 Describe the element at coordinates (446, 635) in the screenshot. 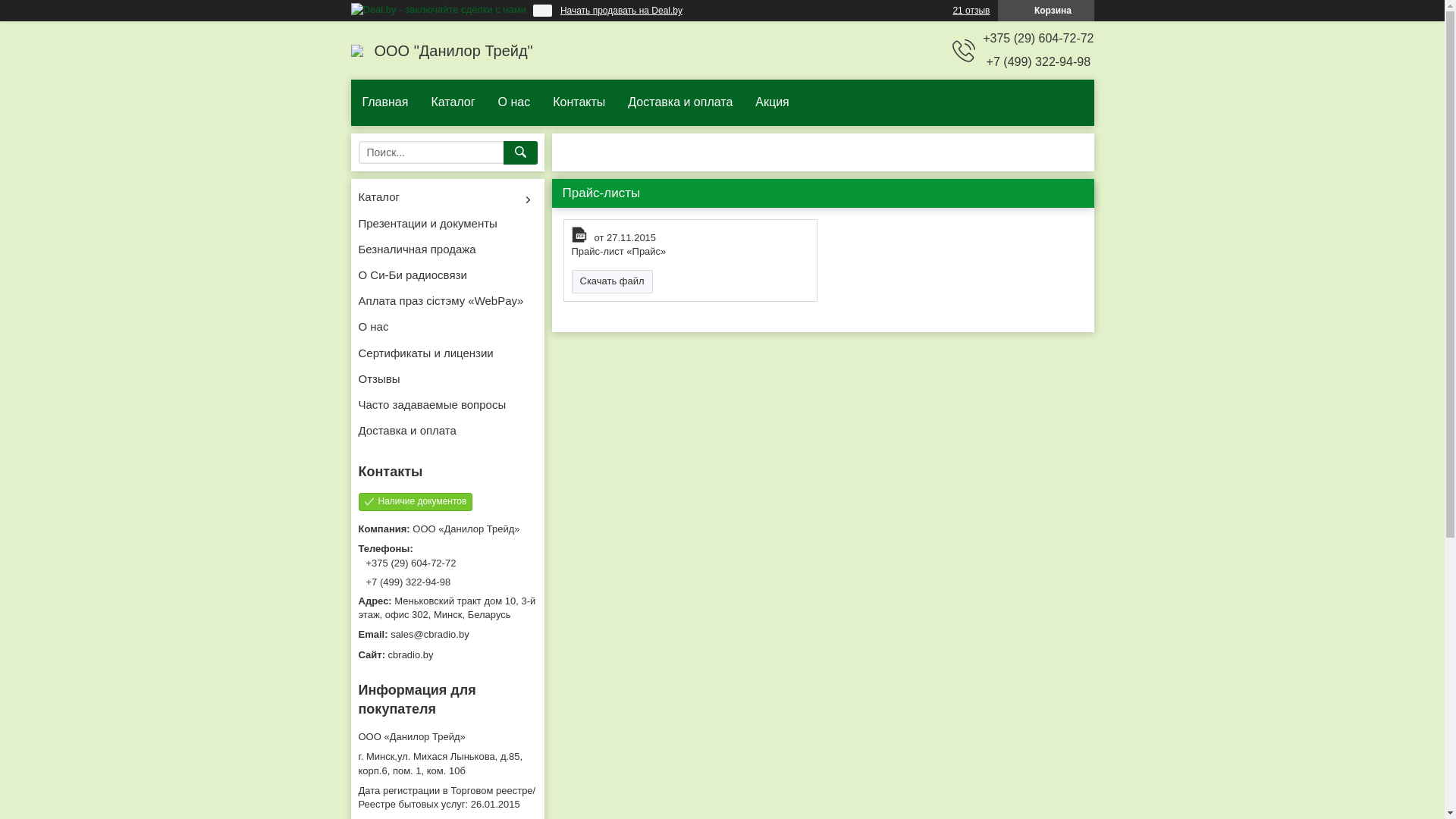

I see `'sales@cbradio.by'` at that location.